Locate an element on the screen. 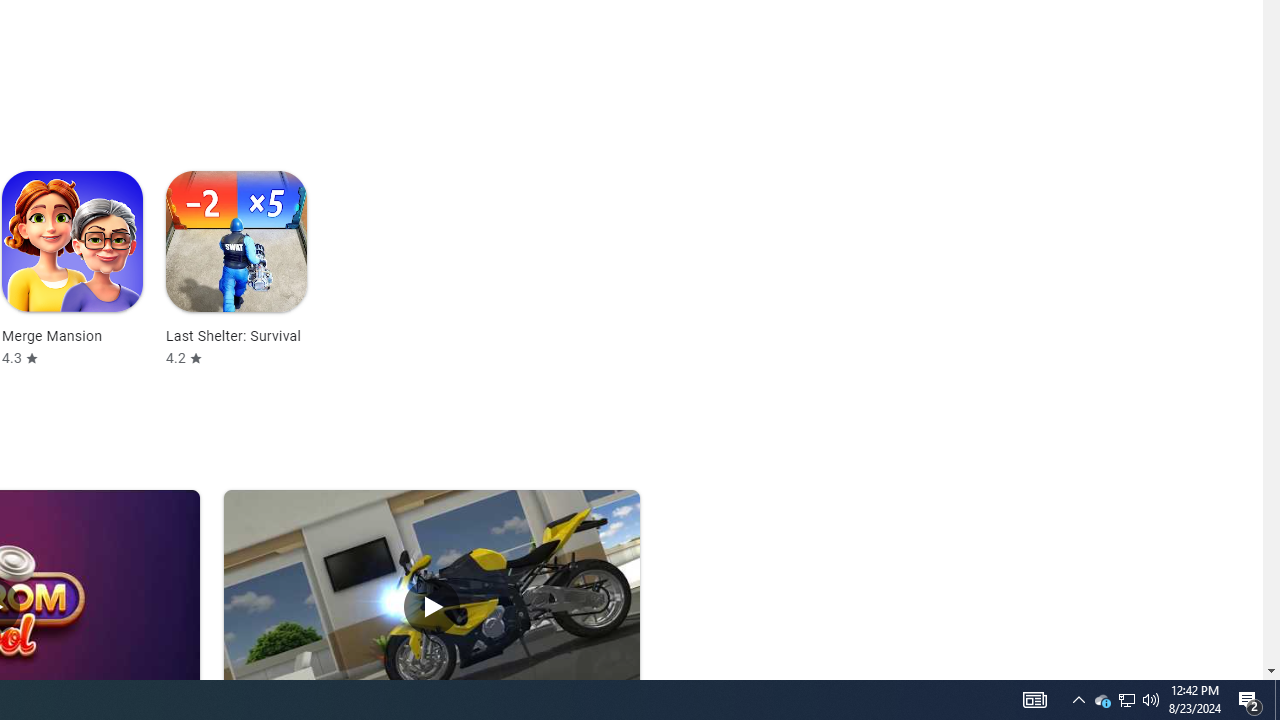 The image size is (1280, 720). 'Play Traffic Rider' is located at coordinates (431, 606).